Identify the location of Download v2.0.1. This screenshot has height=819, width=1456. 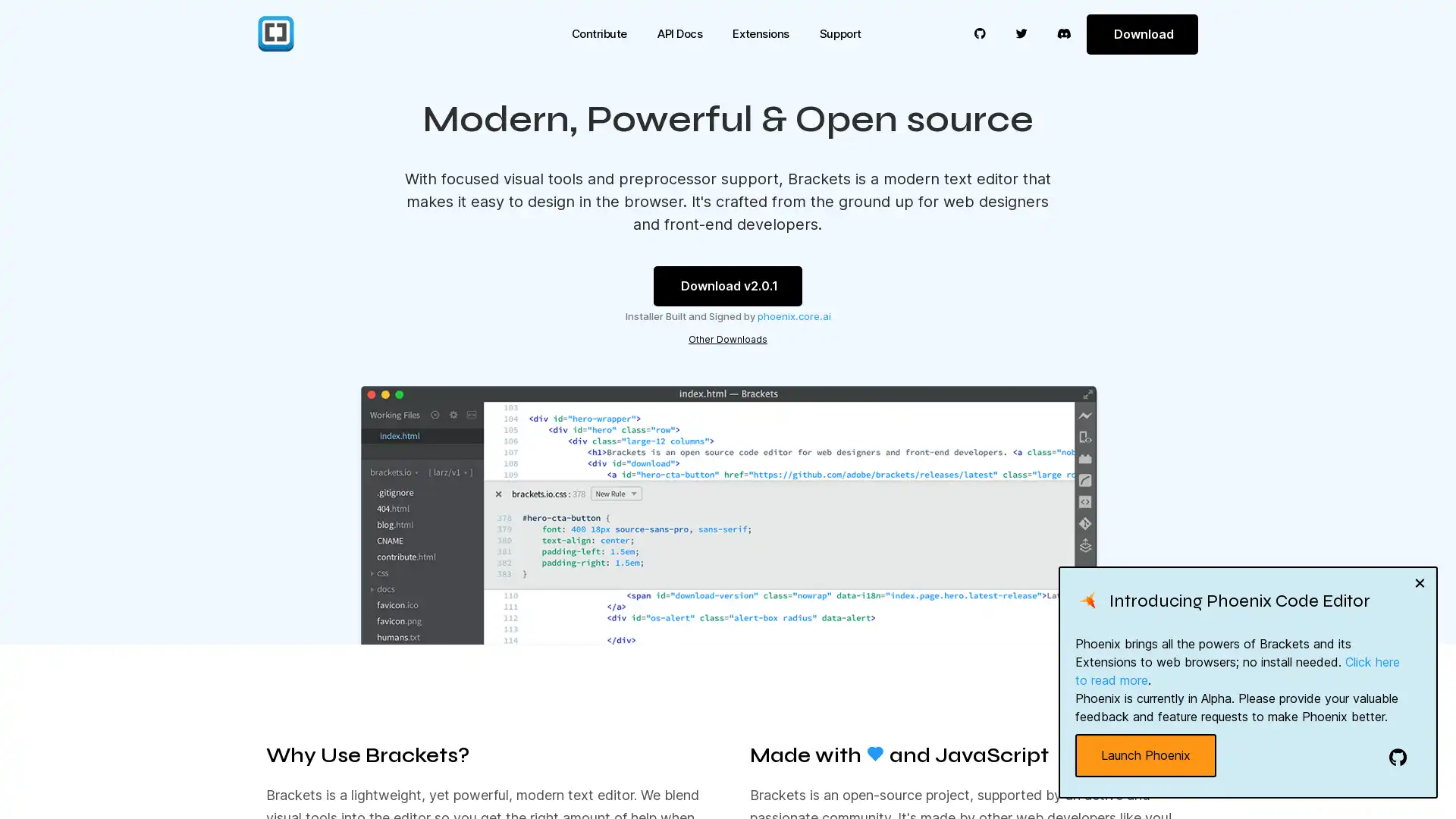
(728, 286).